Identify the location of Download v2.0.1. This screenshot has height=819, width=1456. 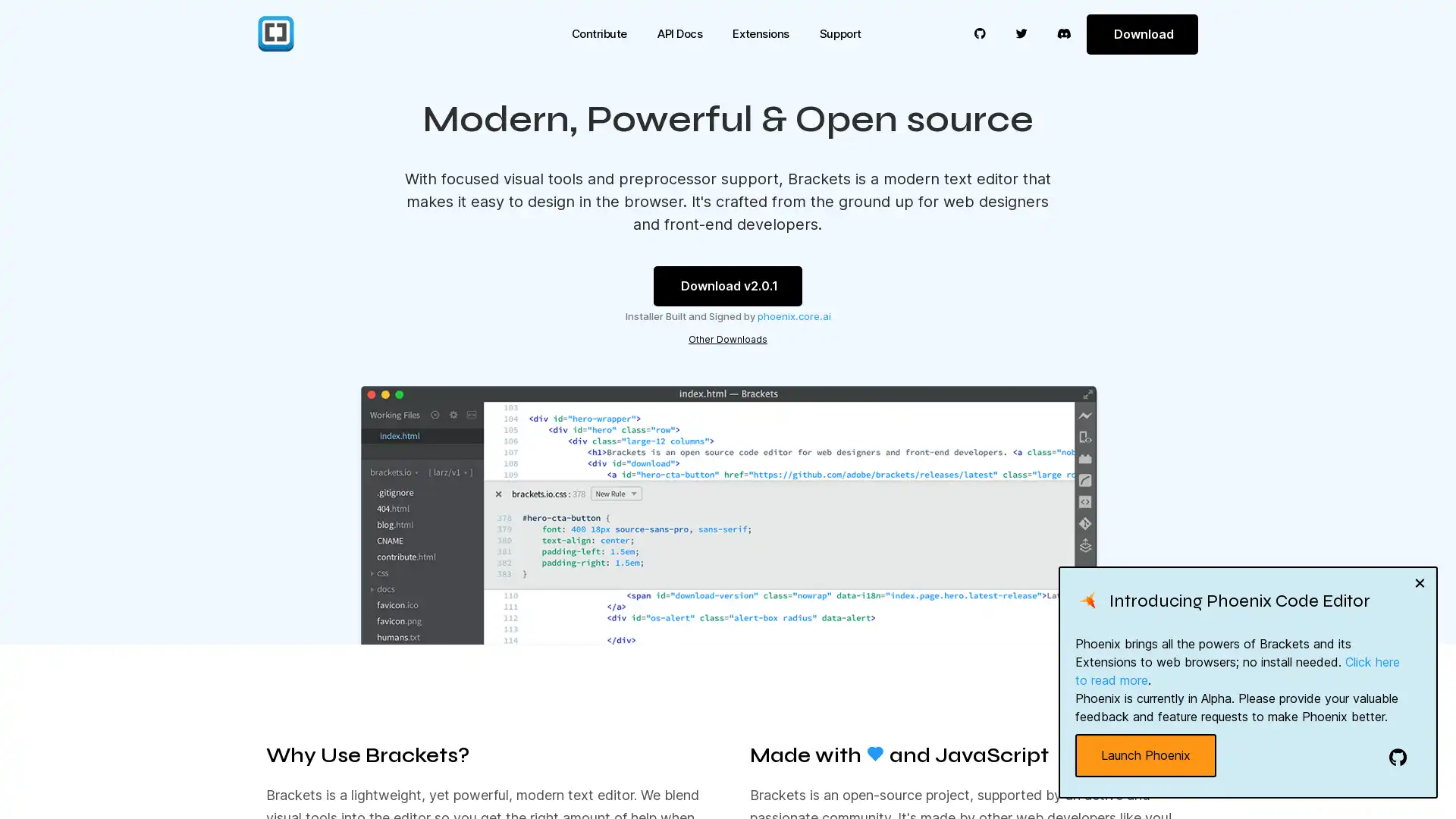
(728, 286).